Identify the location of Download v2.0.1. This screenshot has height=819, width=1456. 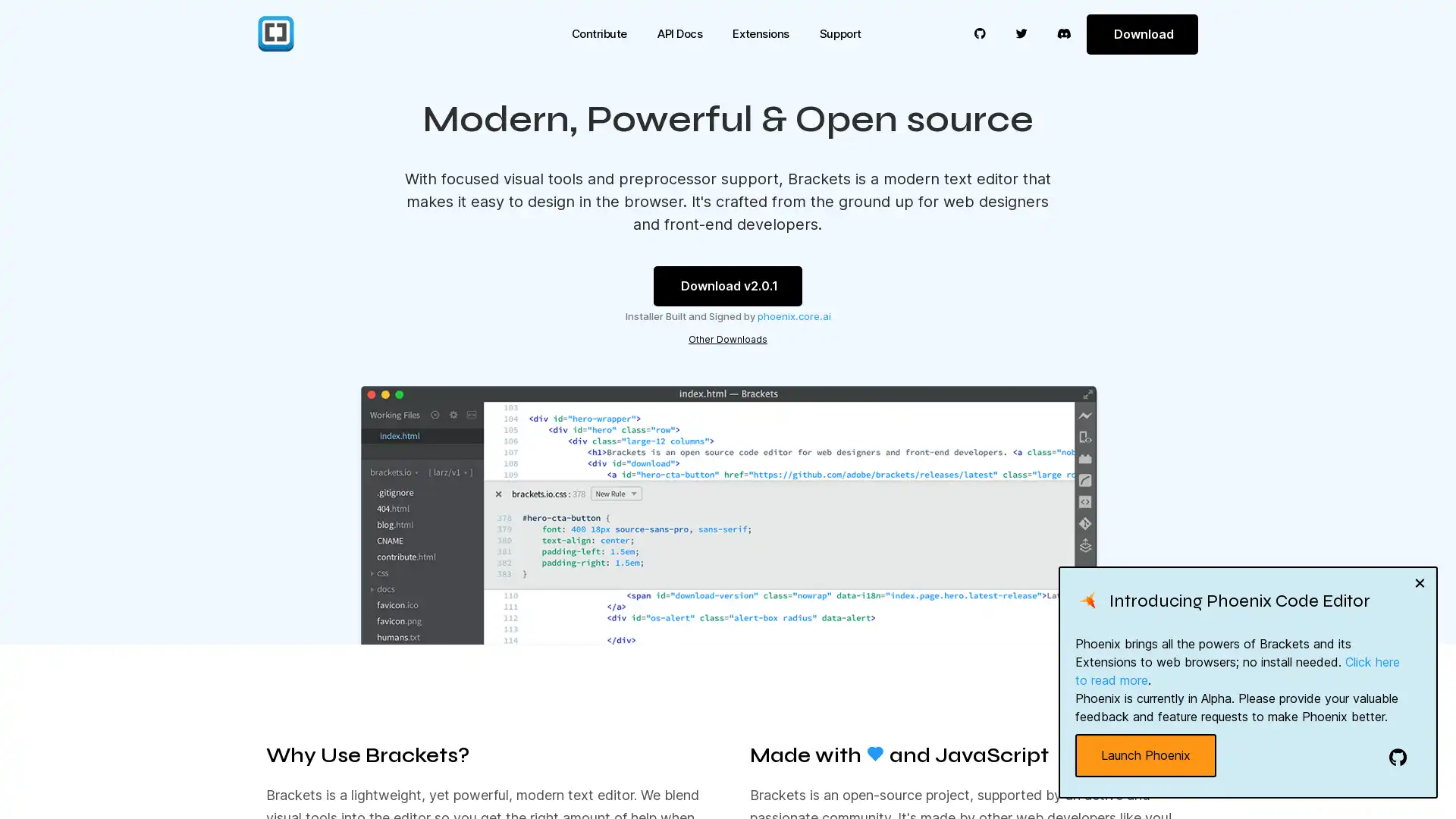
(728, 286).